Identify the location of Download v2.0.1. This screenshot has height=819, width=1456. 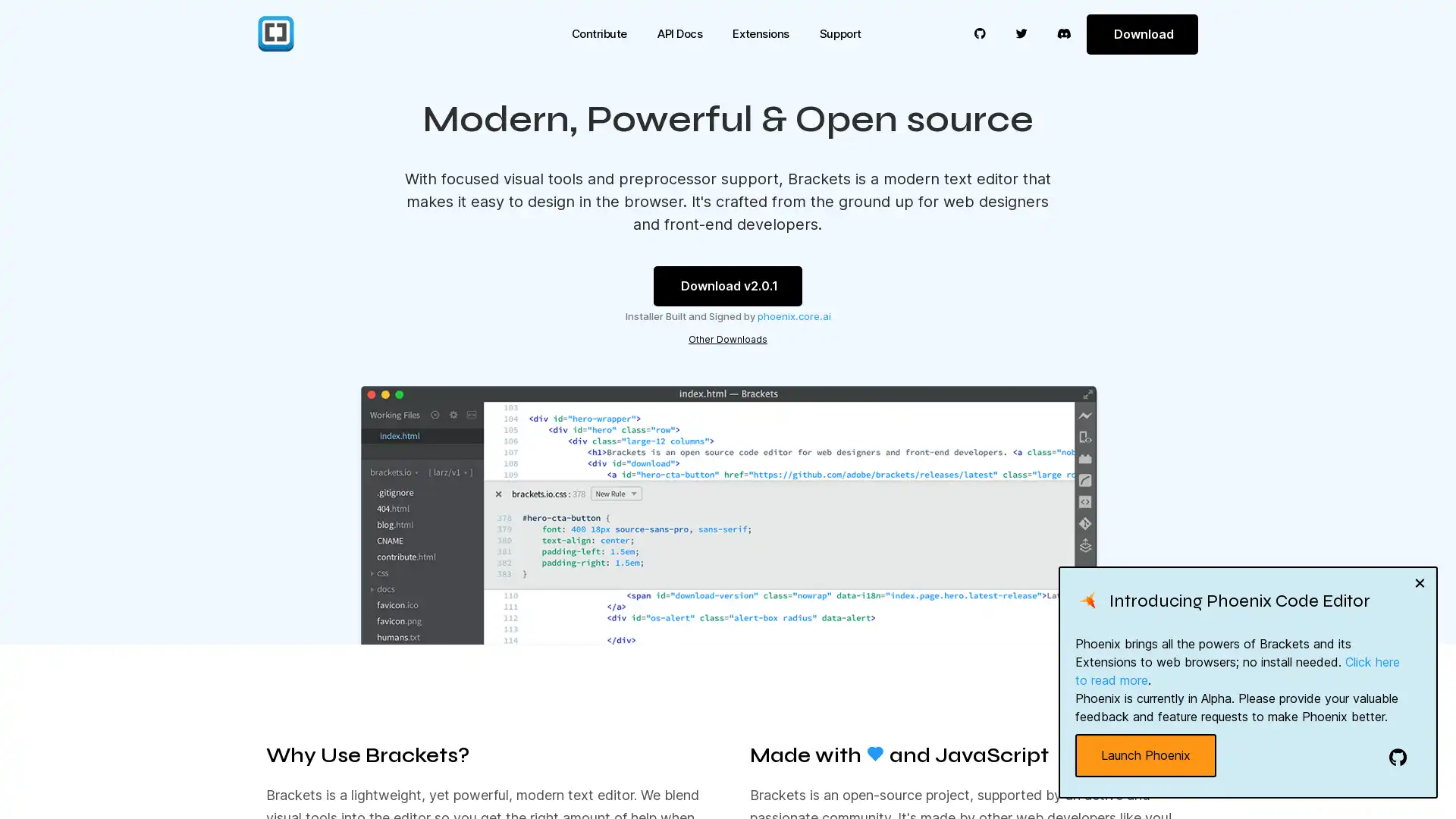
(728, 286).